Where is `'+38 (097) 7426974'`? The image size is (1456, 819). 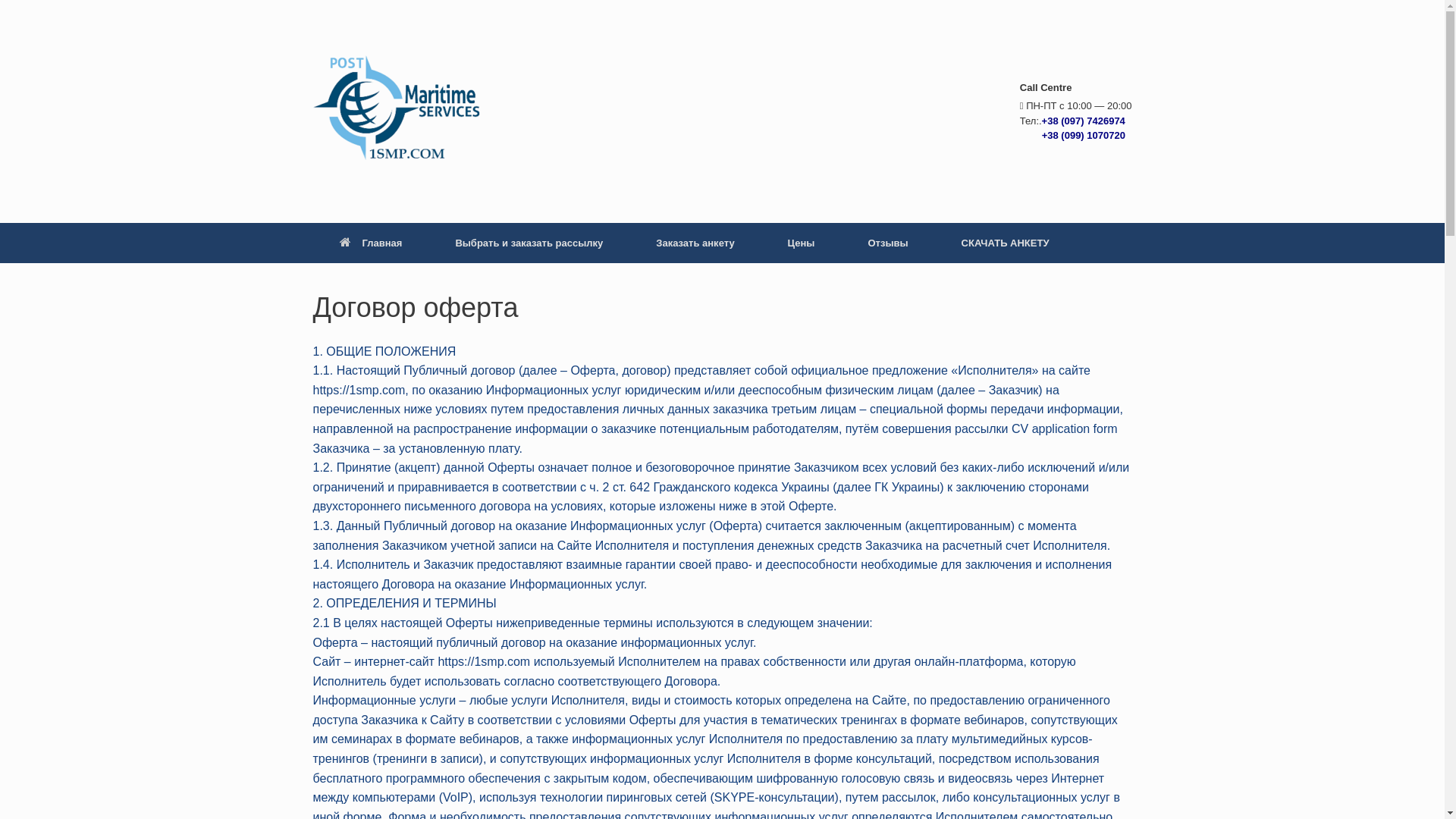 '+38 (097) 7426974' is located at coordinates (1083, 120).